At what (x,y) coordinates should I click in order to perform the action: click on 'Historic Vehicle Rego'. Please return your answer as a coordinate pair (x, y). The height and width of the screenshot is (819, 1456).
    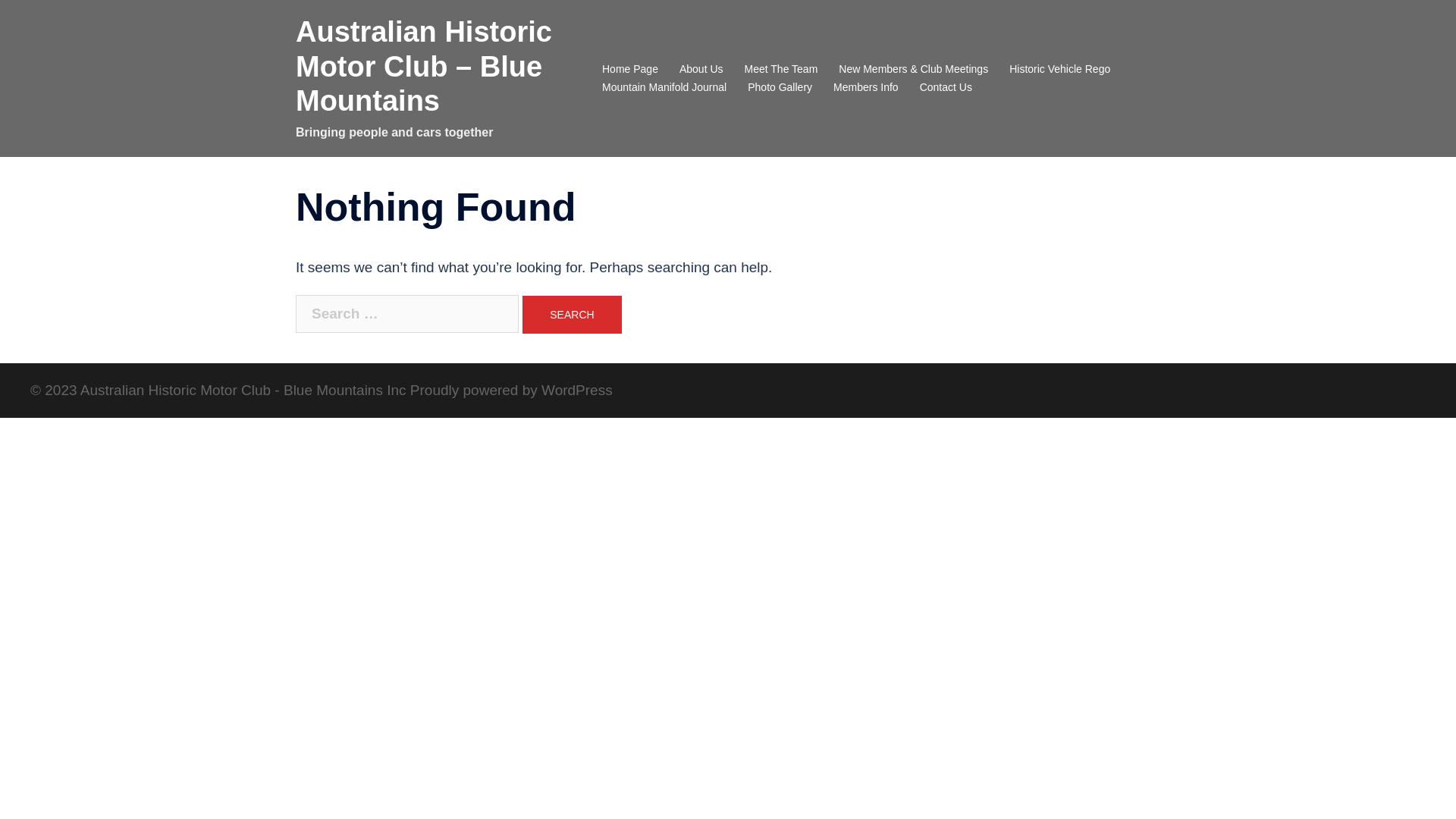
    Looking at the image, I should click on (1009, 70).